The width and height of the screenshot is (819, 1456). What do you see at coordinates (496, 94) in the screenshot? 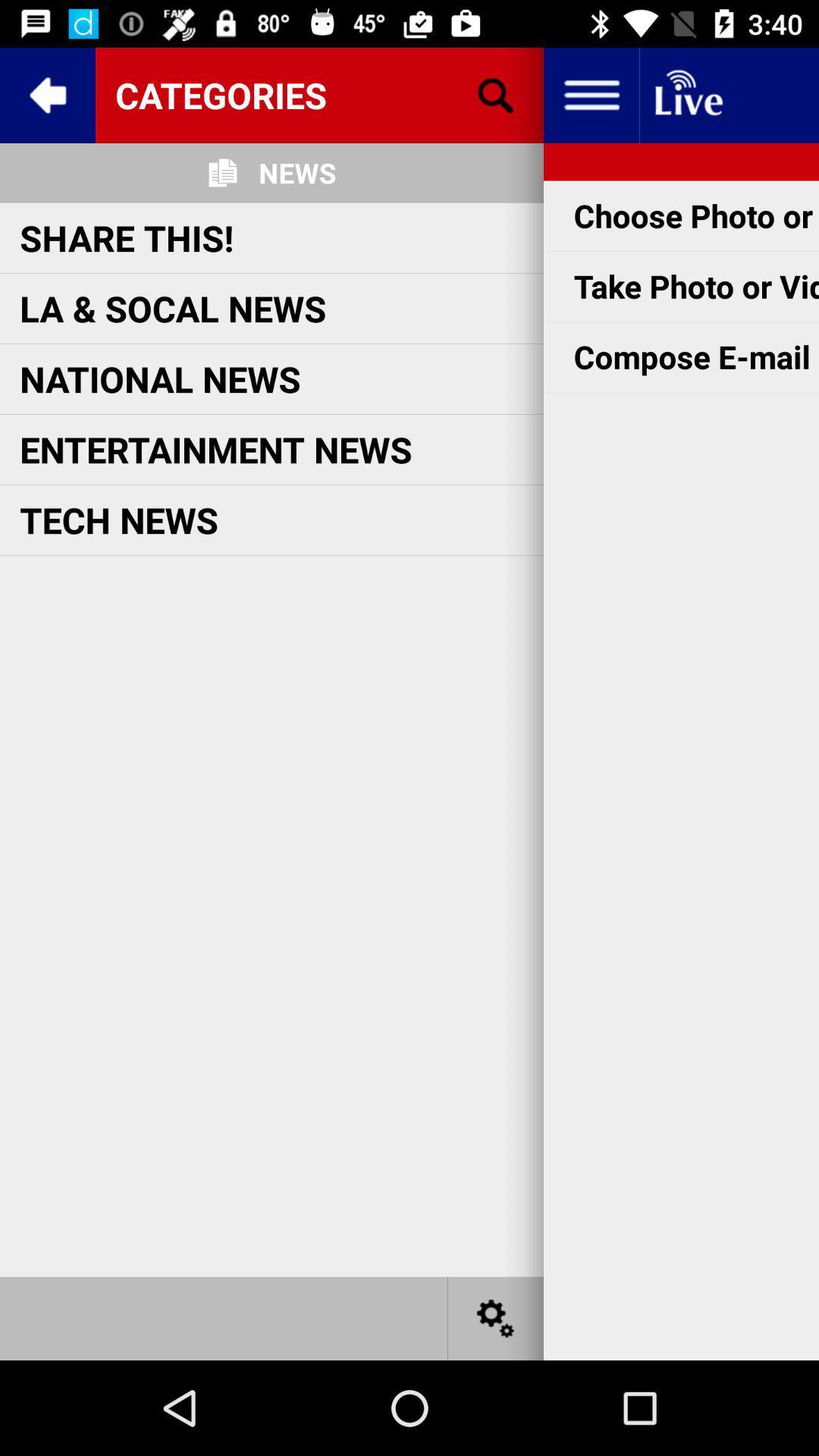
I see `the item to the right of the news icon` at bounding box center [496, 94].